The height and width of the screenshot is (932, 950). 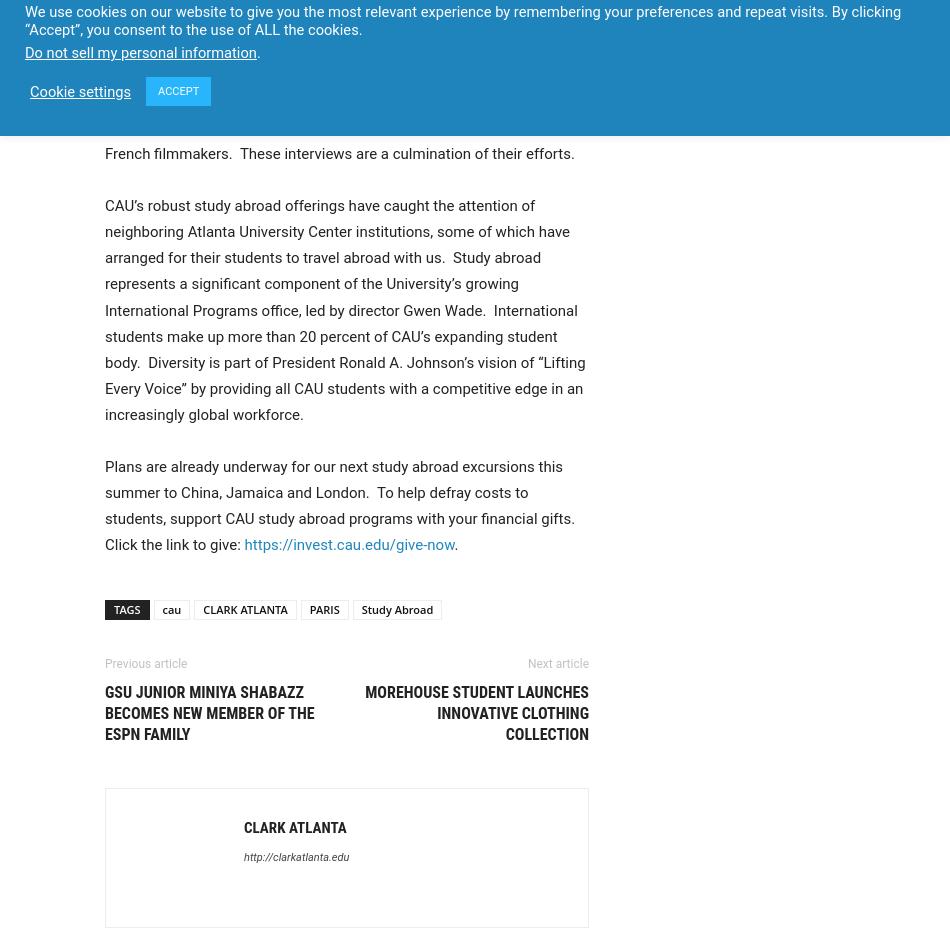 I want to click on 'cau', so click(x=171, y=608).